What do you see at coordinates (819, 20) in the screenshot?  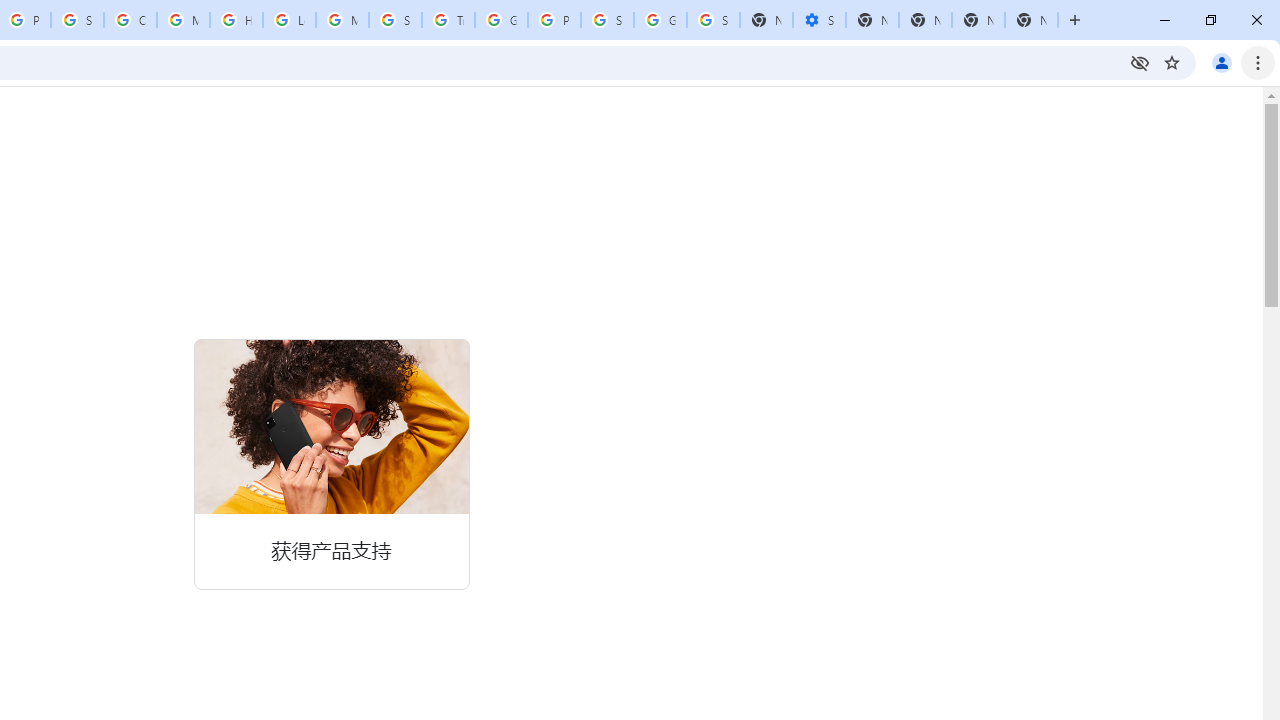 I see `'Settings - Performance'` at bounding box center [819, 20].